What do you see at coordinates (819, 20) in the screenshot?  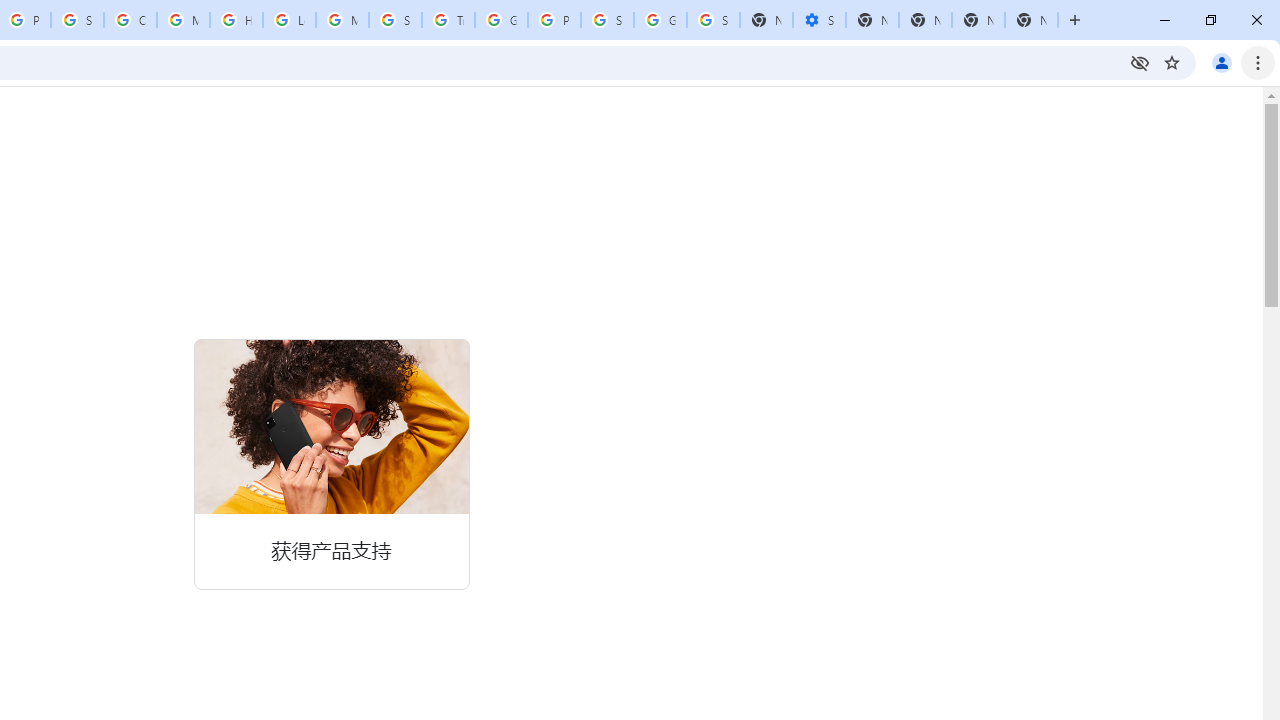 I see `'Settings - Performance'` at bounding box center [819, 20].